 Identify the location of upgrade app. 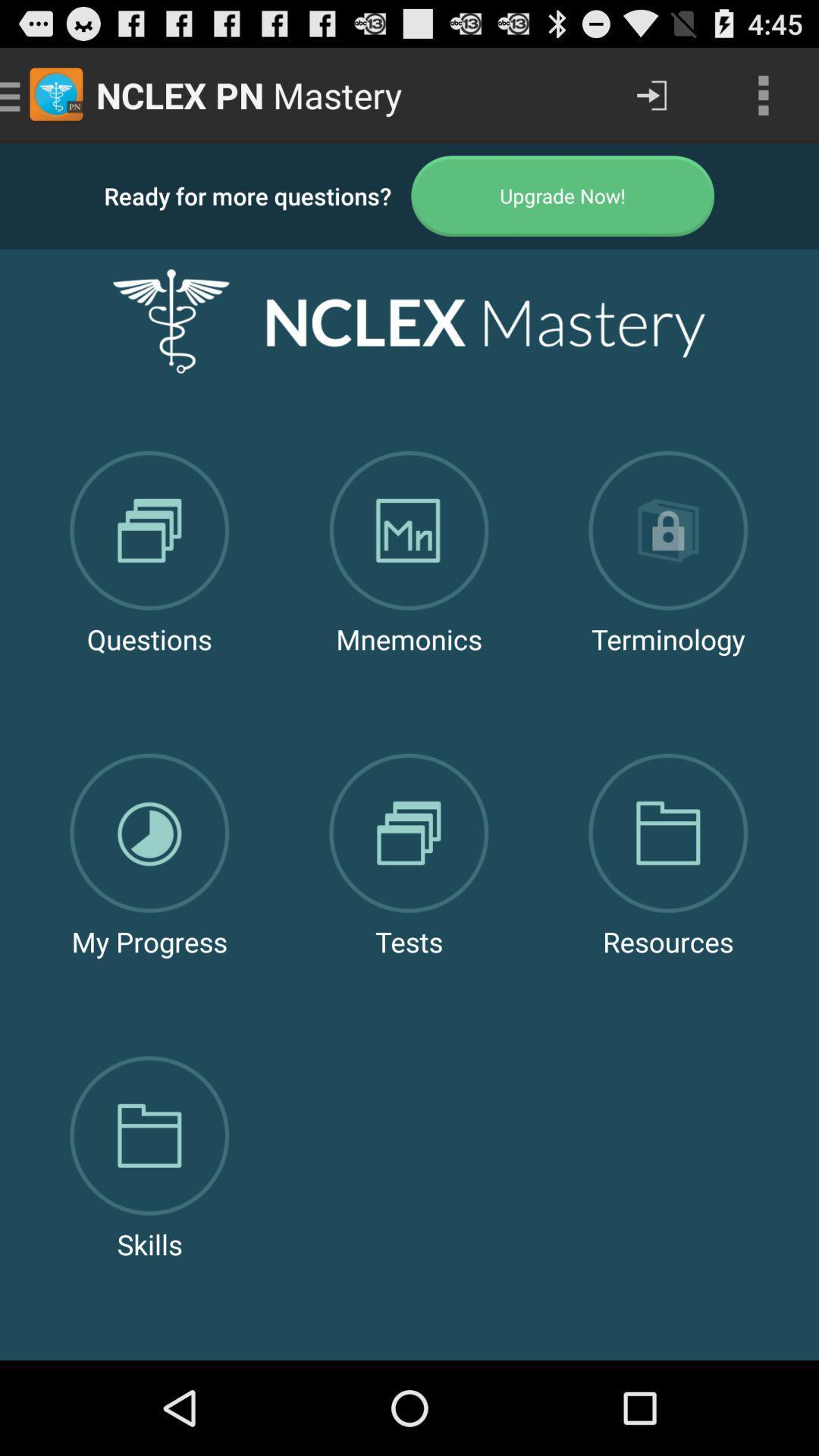
(563, 195).